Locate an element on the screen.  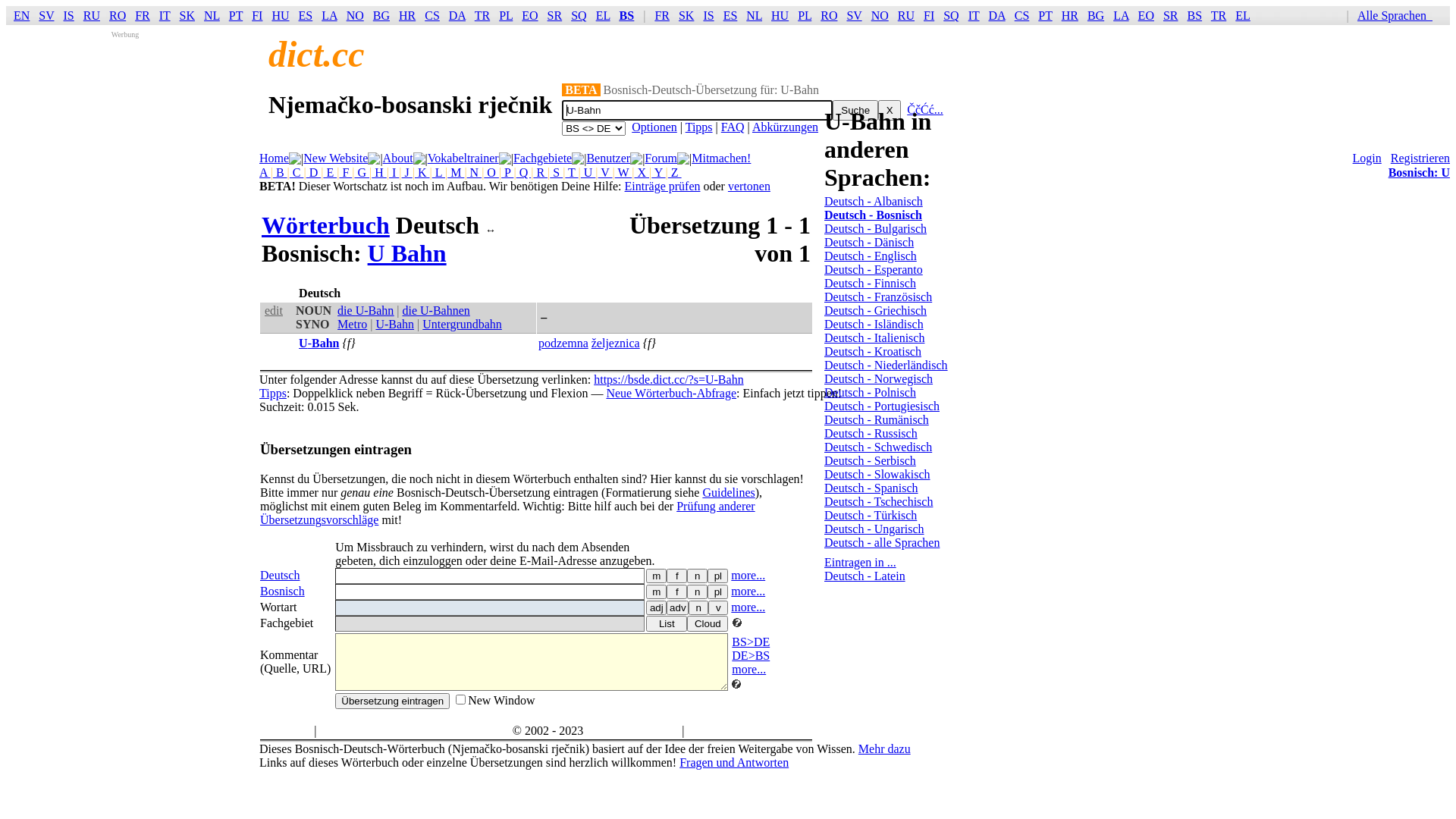
'F' is located at coordinates (337, 171).